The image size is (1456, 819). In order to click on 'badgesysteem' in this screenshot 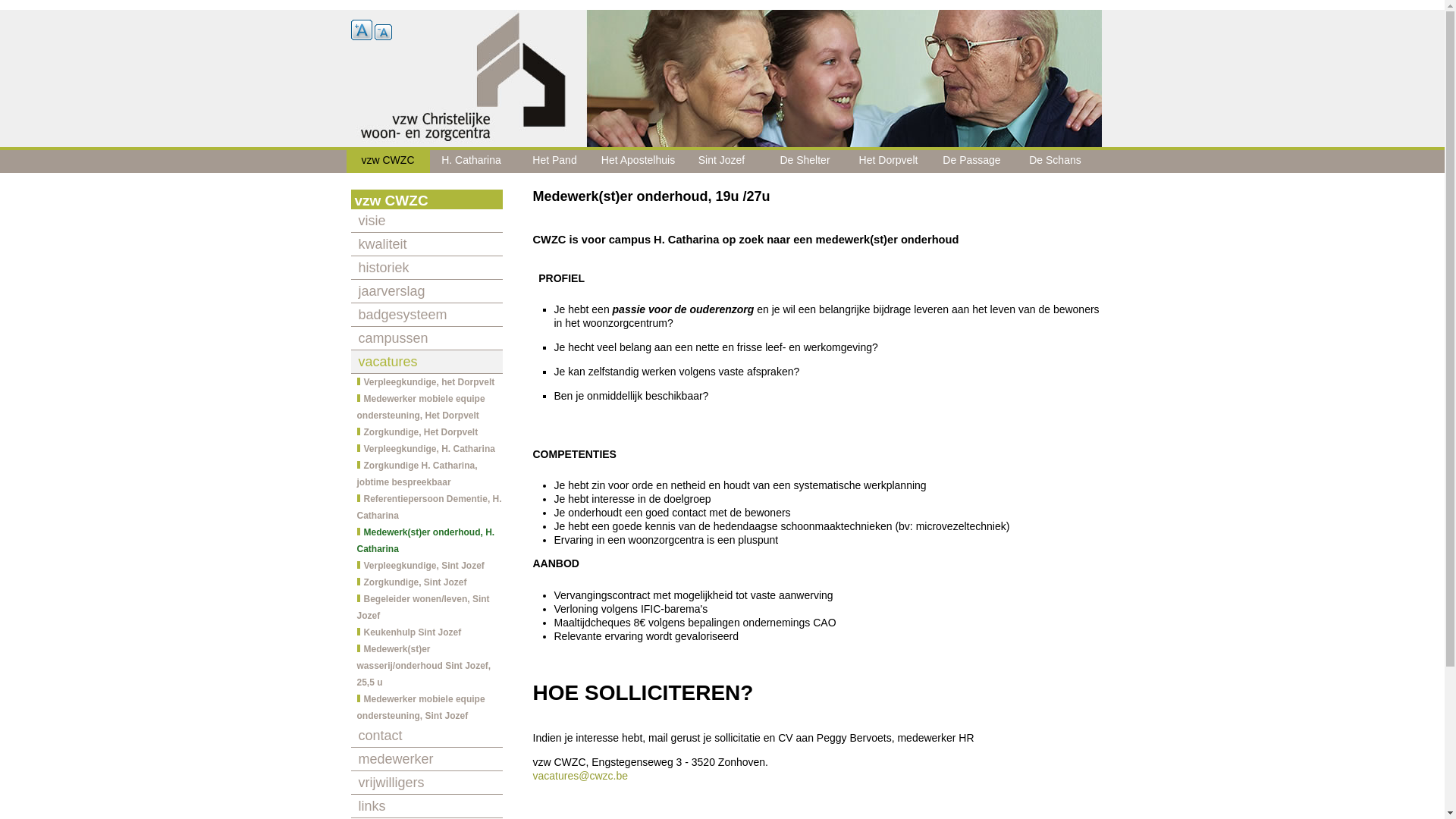, I will do `click(425, 314)`.